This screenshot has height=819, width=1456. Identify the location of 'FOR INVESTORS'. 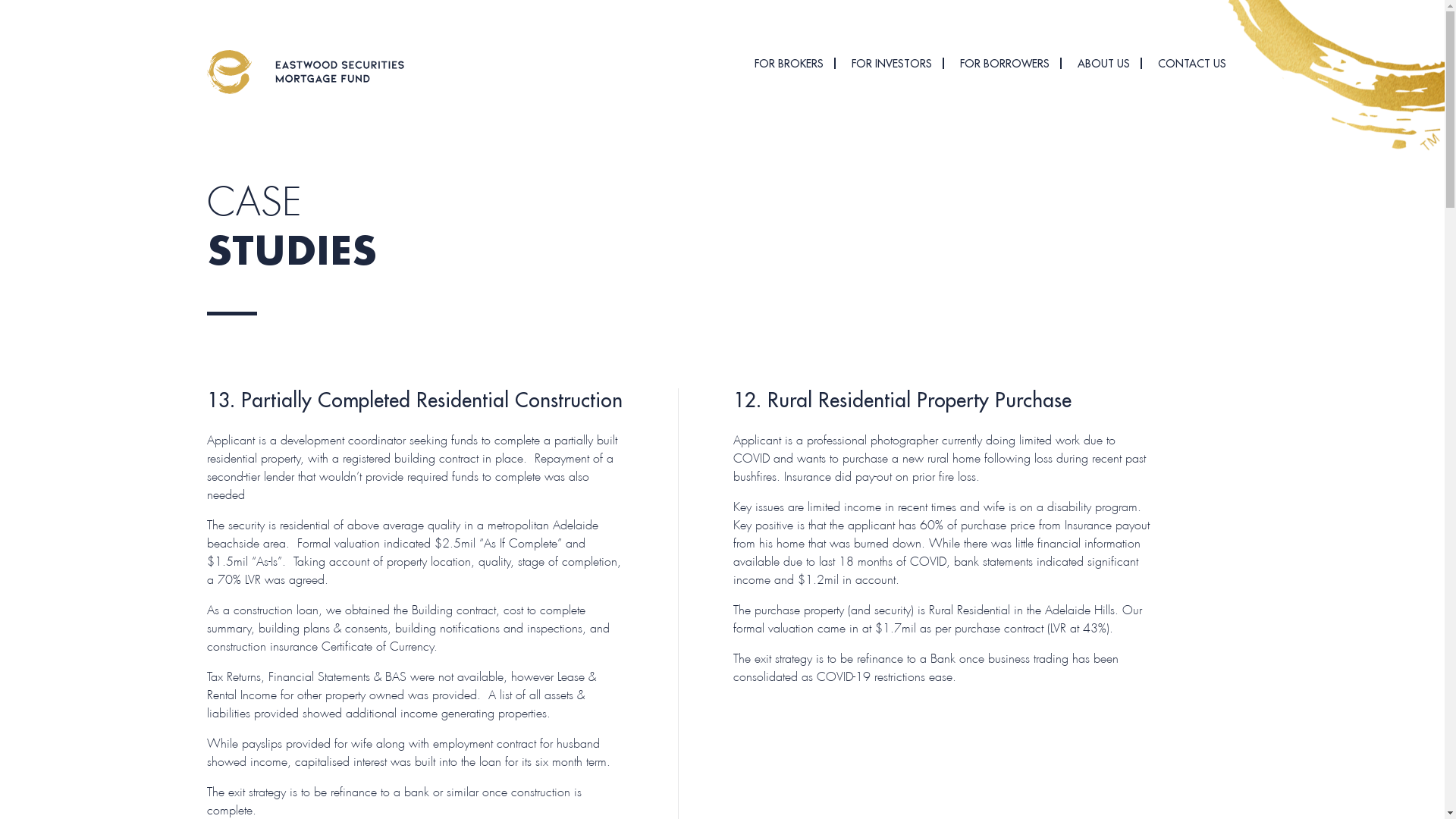
(891, 63).